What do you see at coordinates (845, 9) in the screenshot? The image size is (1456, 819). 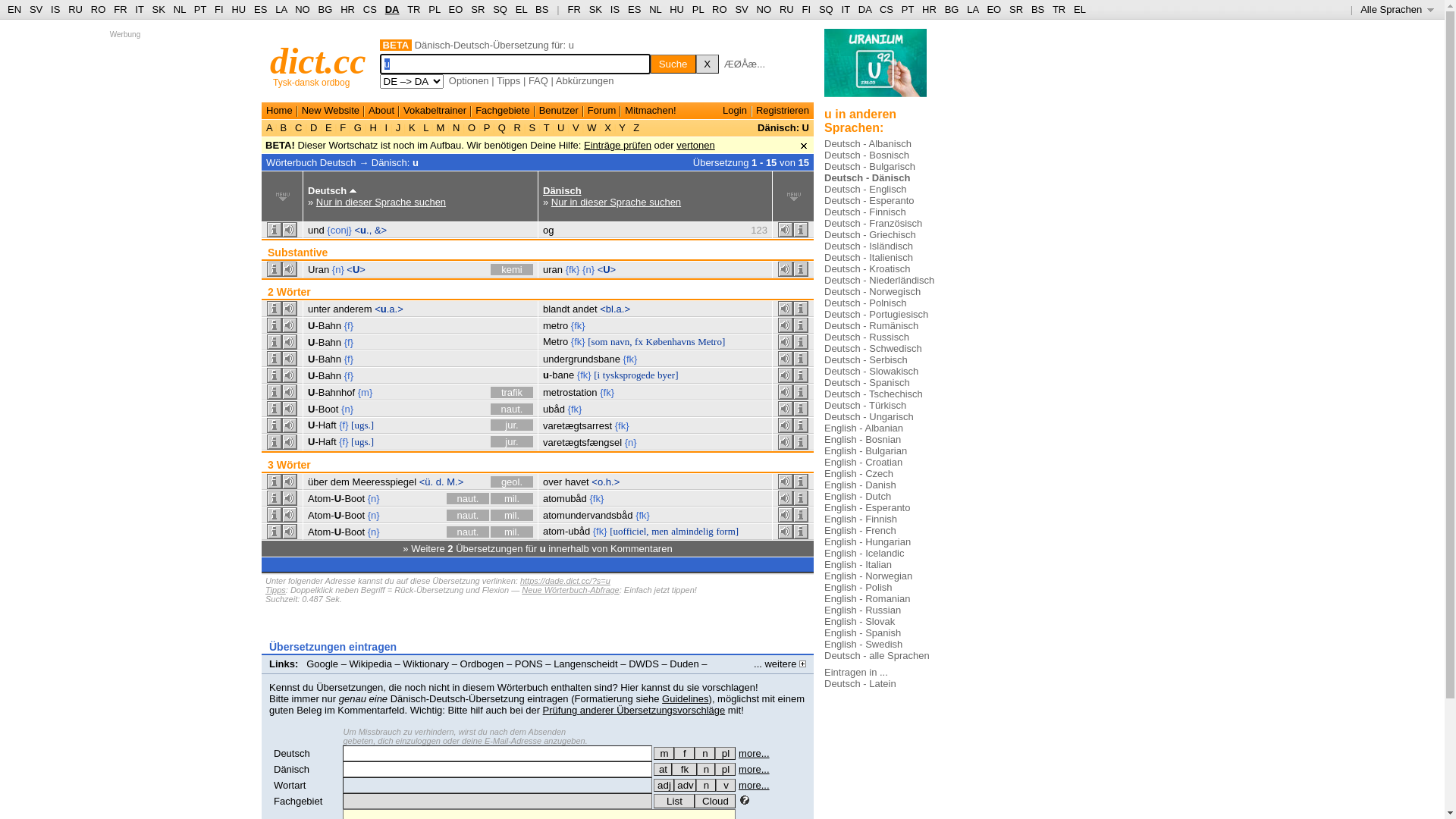 I see `'IT'` at bounding box center [845, 9].